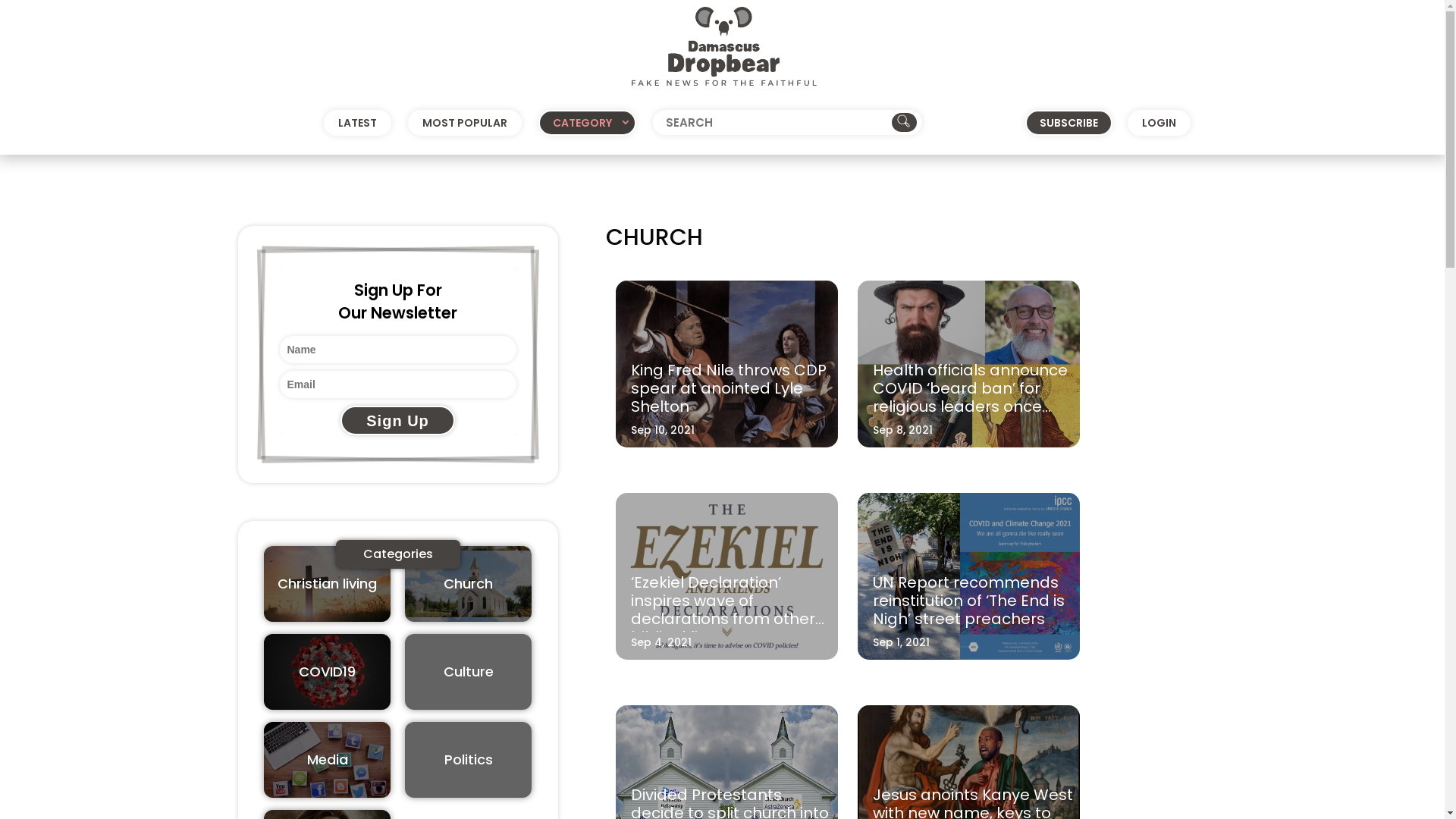 This screenshot has width=1456, height=819. I want to click on 'CATEGORY', so click(586, 122).